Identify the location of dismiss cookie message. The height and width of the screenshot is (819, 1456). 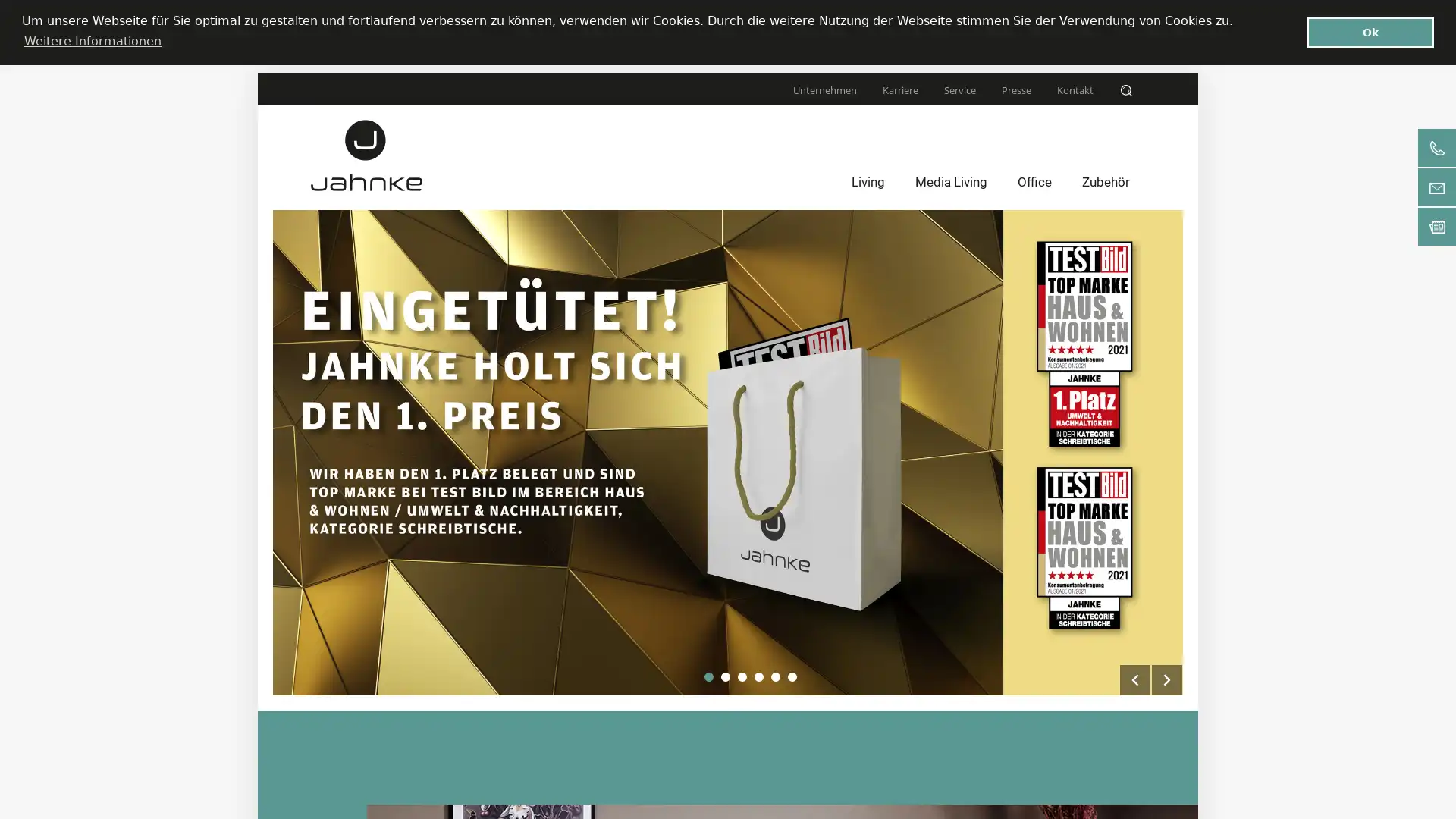
(1370, 32).